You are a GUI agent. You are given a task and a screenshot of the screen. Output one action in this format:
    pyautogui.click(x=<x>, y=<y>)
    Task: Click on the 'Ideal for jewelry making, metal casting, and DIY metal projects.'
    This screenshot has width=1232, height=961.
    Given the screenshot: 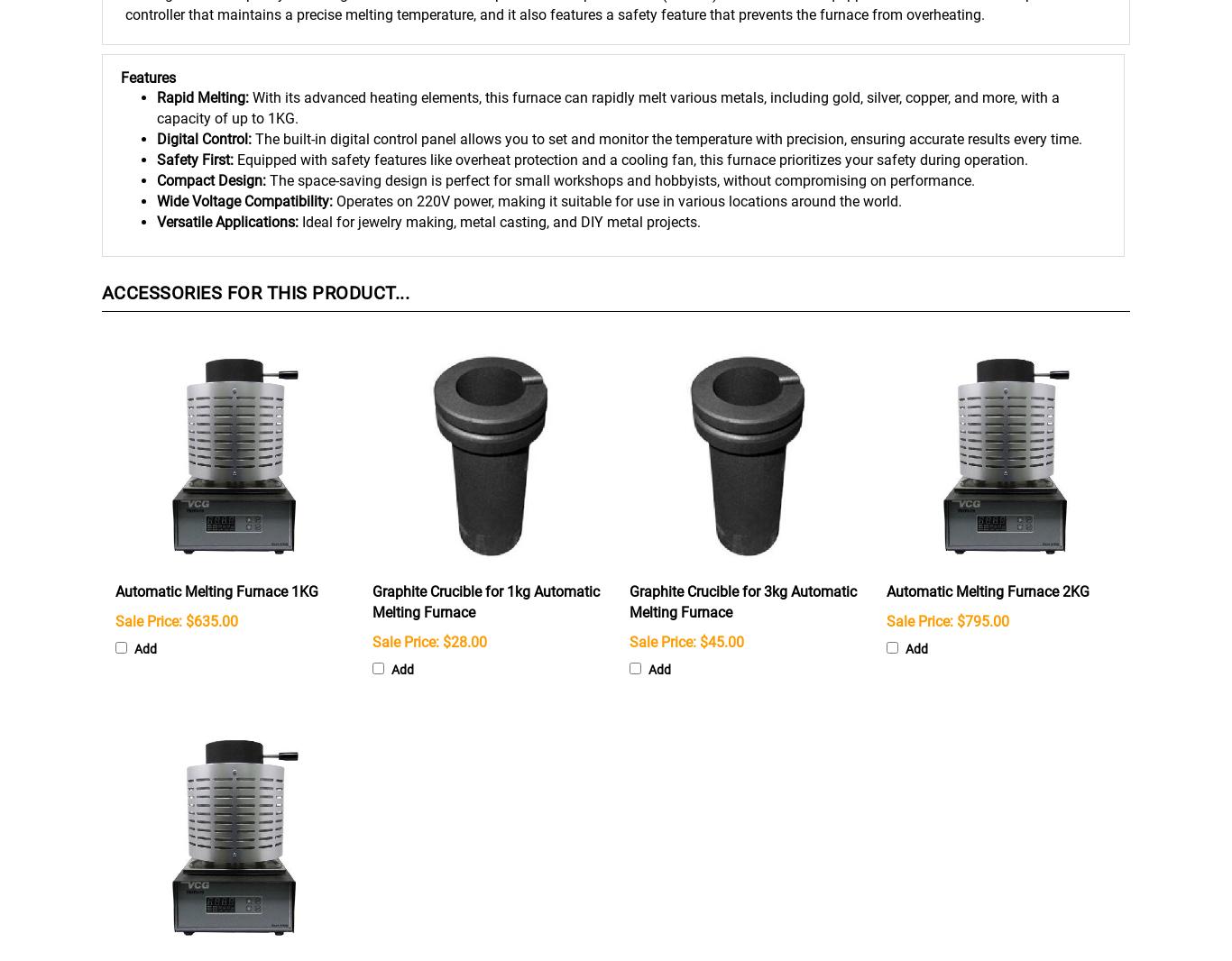 What is the action you would take?
    pyautogui.click(x=501, y=220)
    